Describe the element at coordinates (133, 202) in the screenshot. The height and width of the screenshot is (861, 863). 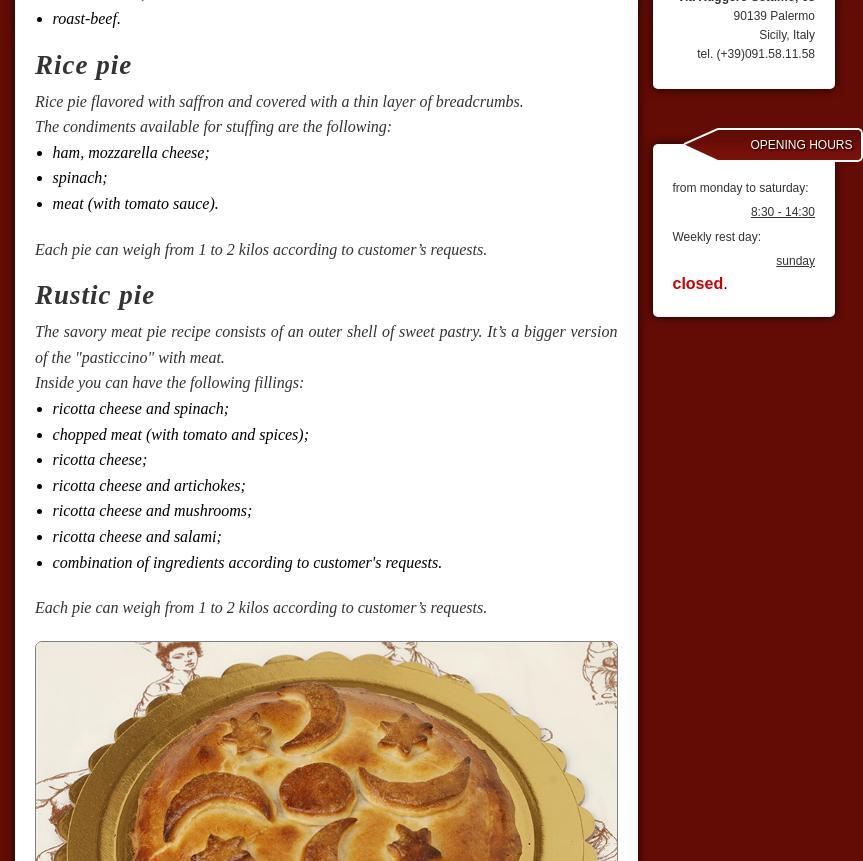
I see `'meat (with tomato sauce).'` at that location.